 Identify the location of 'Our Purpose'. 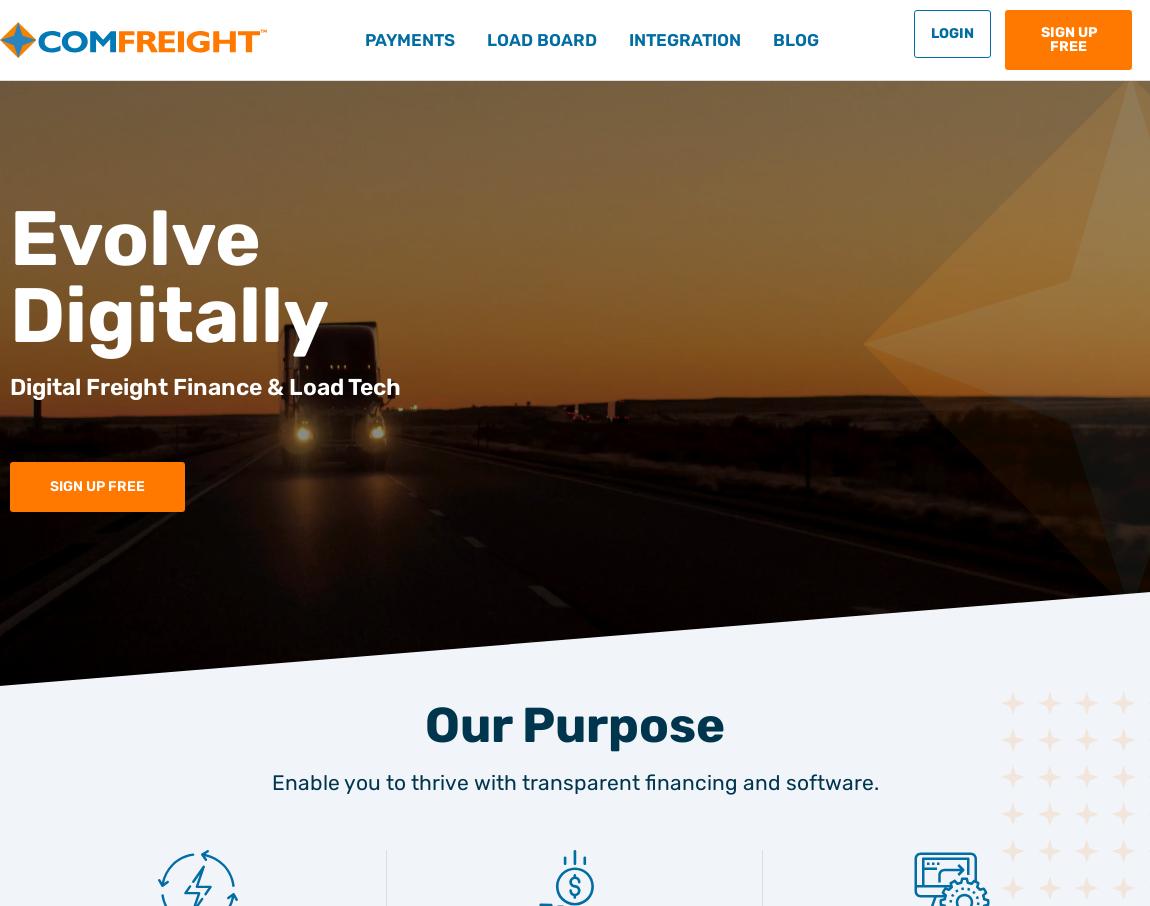
(575, 724).